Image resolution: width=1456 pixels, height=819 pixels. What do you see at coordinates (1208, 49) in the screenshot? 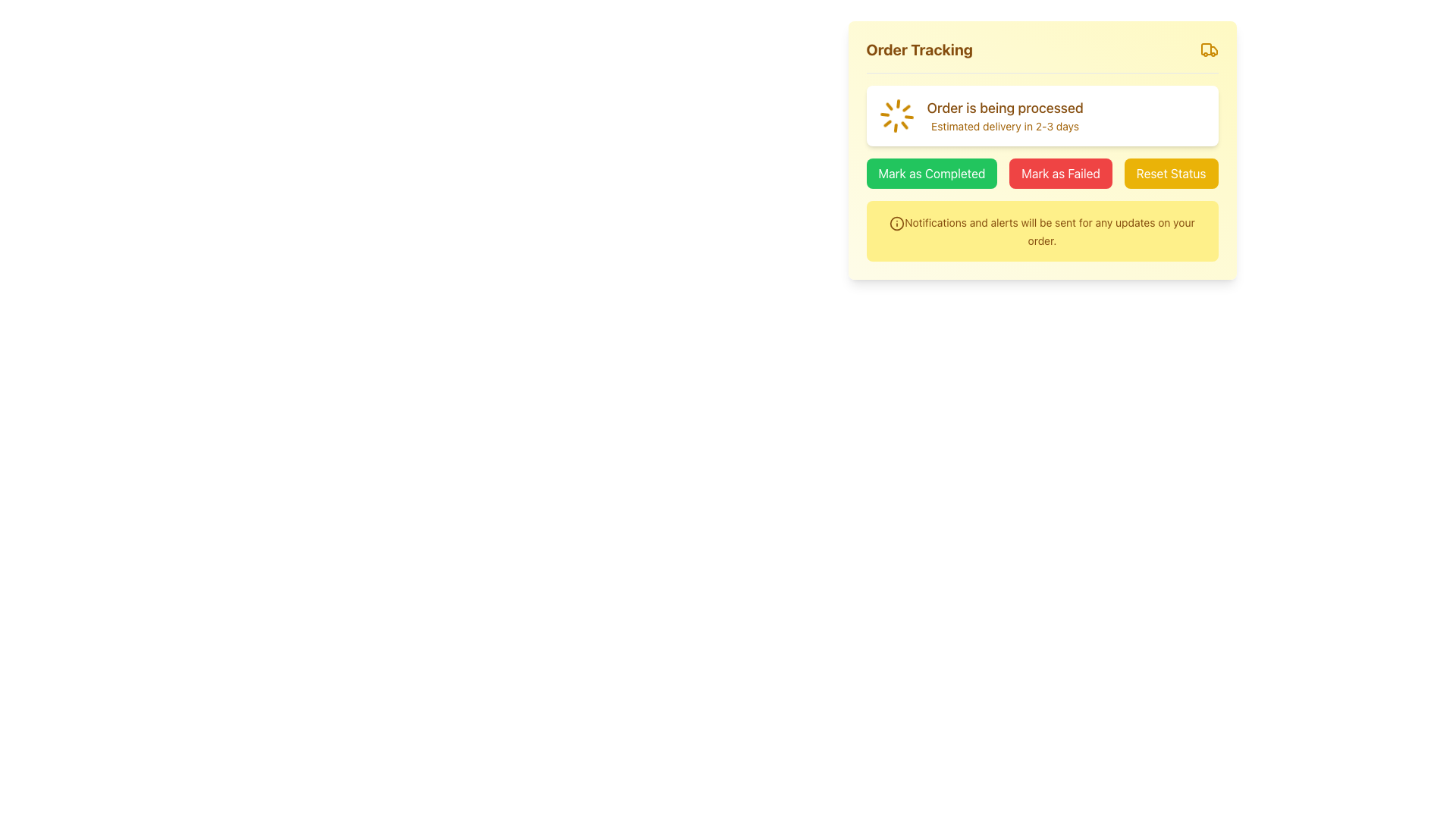
I see `the decorative icon in the top-right corner of the 'Order Tracking' section, which is located next to the 'Order Tracking' text` at bounding box center [1208, 49].